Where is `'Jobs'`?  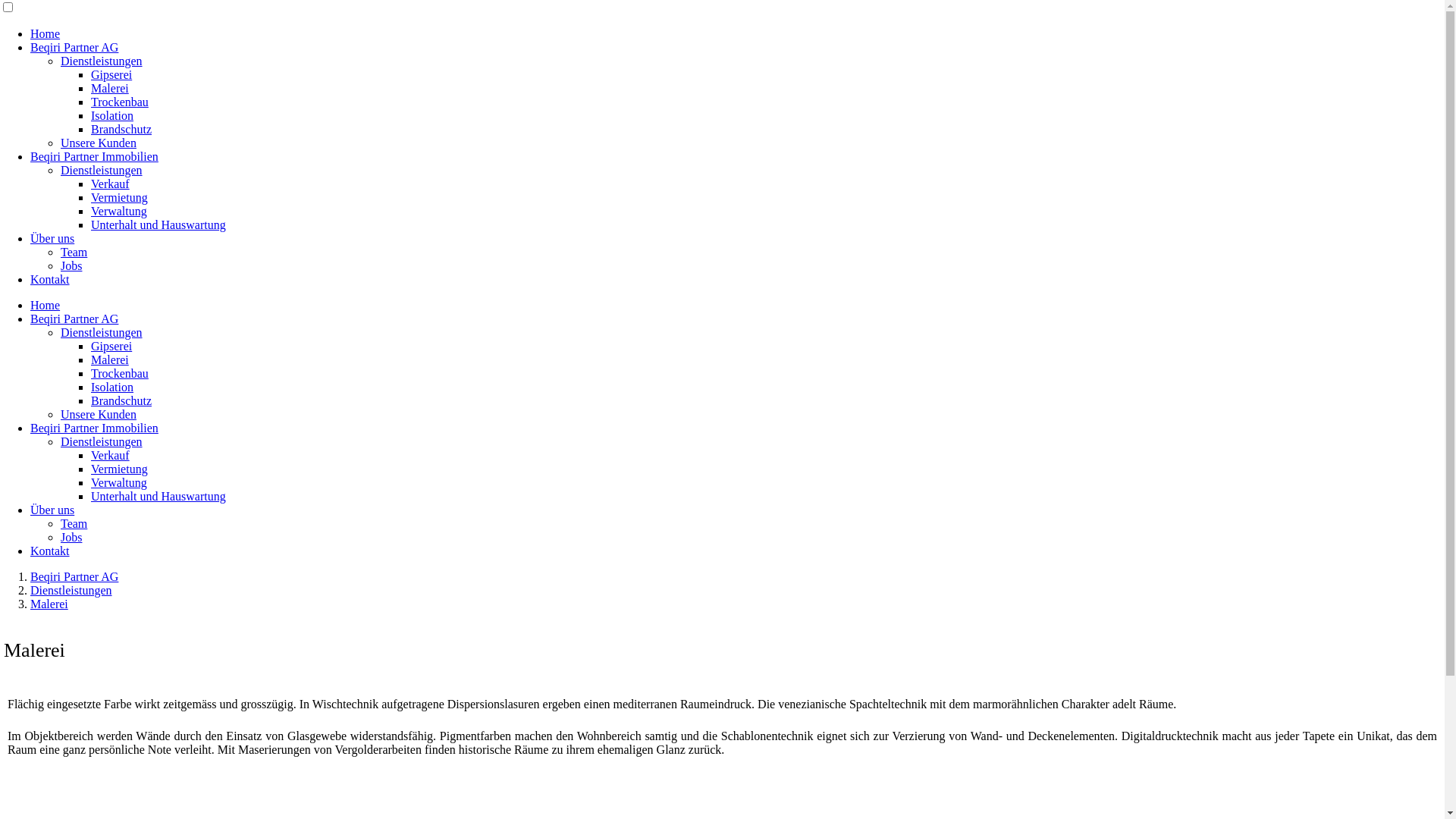 'Jobs' is located at coordinates (71, 265).